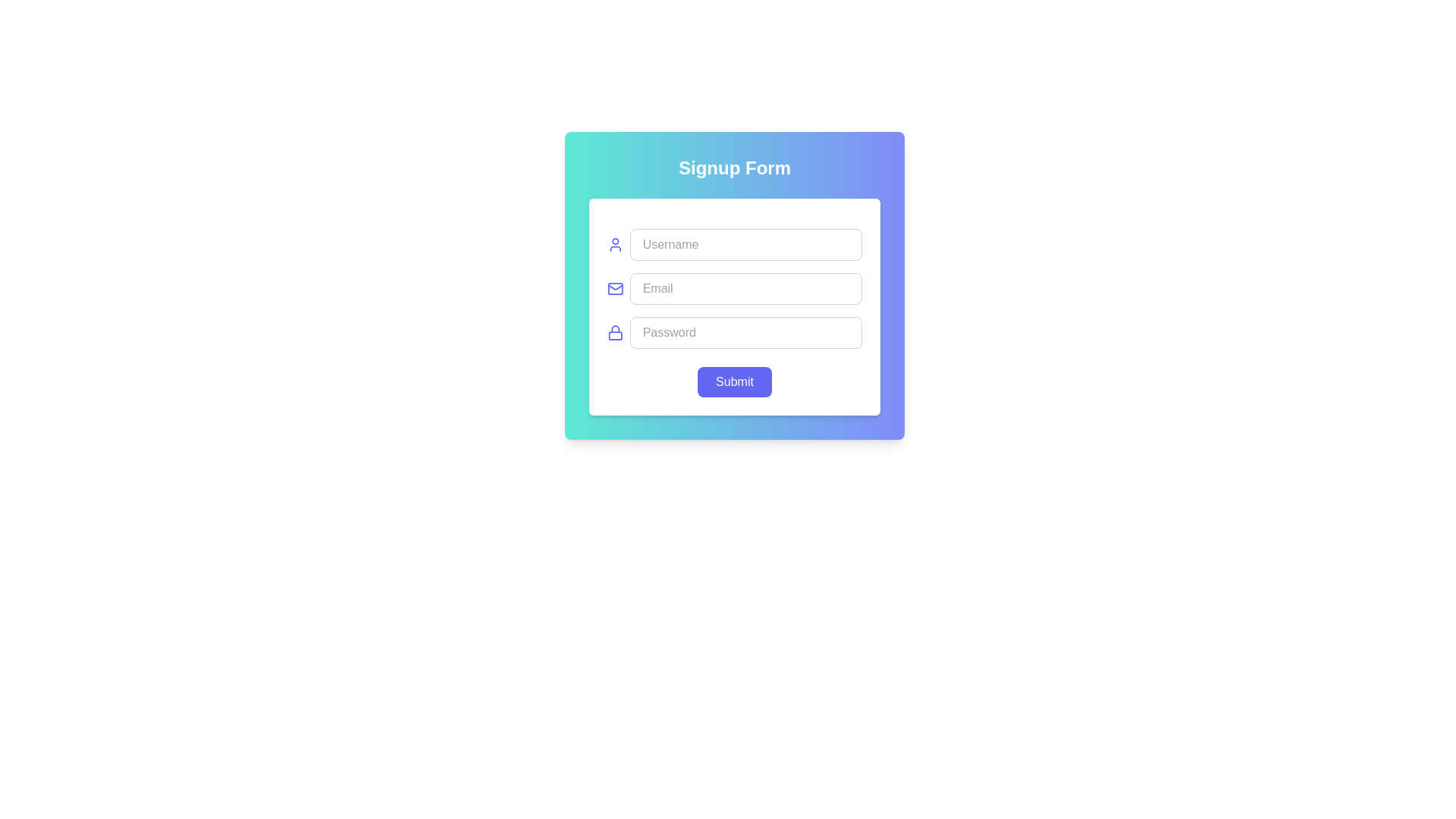  Describe the element at coordinates (615, 332) in the screenshot. I see `the security icon located to the left of the password input field, indicating functionality related to confidentiality` at that location.